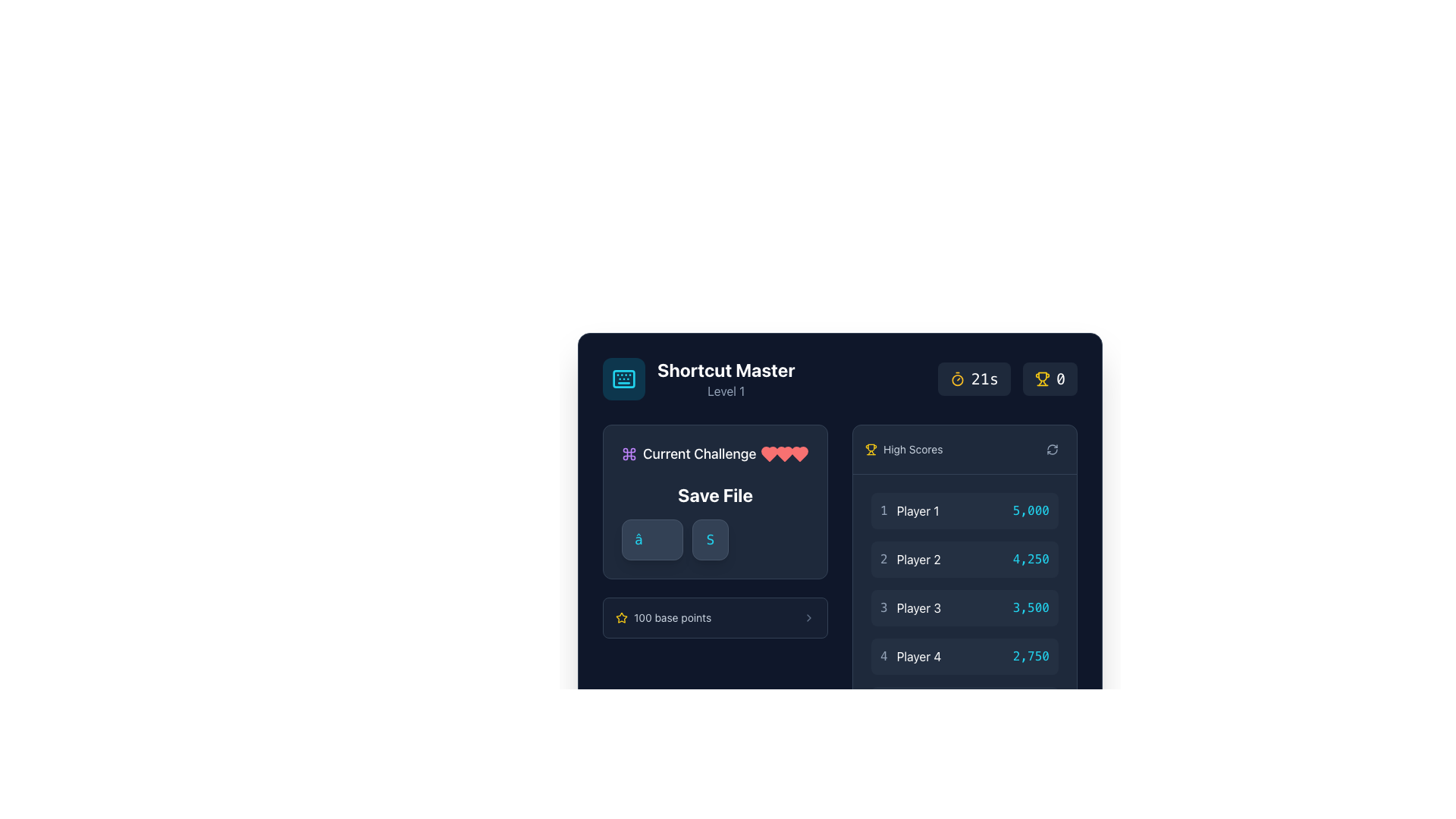 This screenshot has height=819, width=1456. What do you see at coordinates (984, 378) in the screenshot?
I see `displayed time from the text component showing '26s' in a monospaced font style, located at the top-right corner of the interface` at bounding box center [984, 378].